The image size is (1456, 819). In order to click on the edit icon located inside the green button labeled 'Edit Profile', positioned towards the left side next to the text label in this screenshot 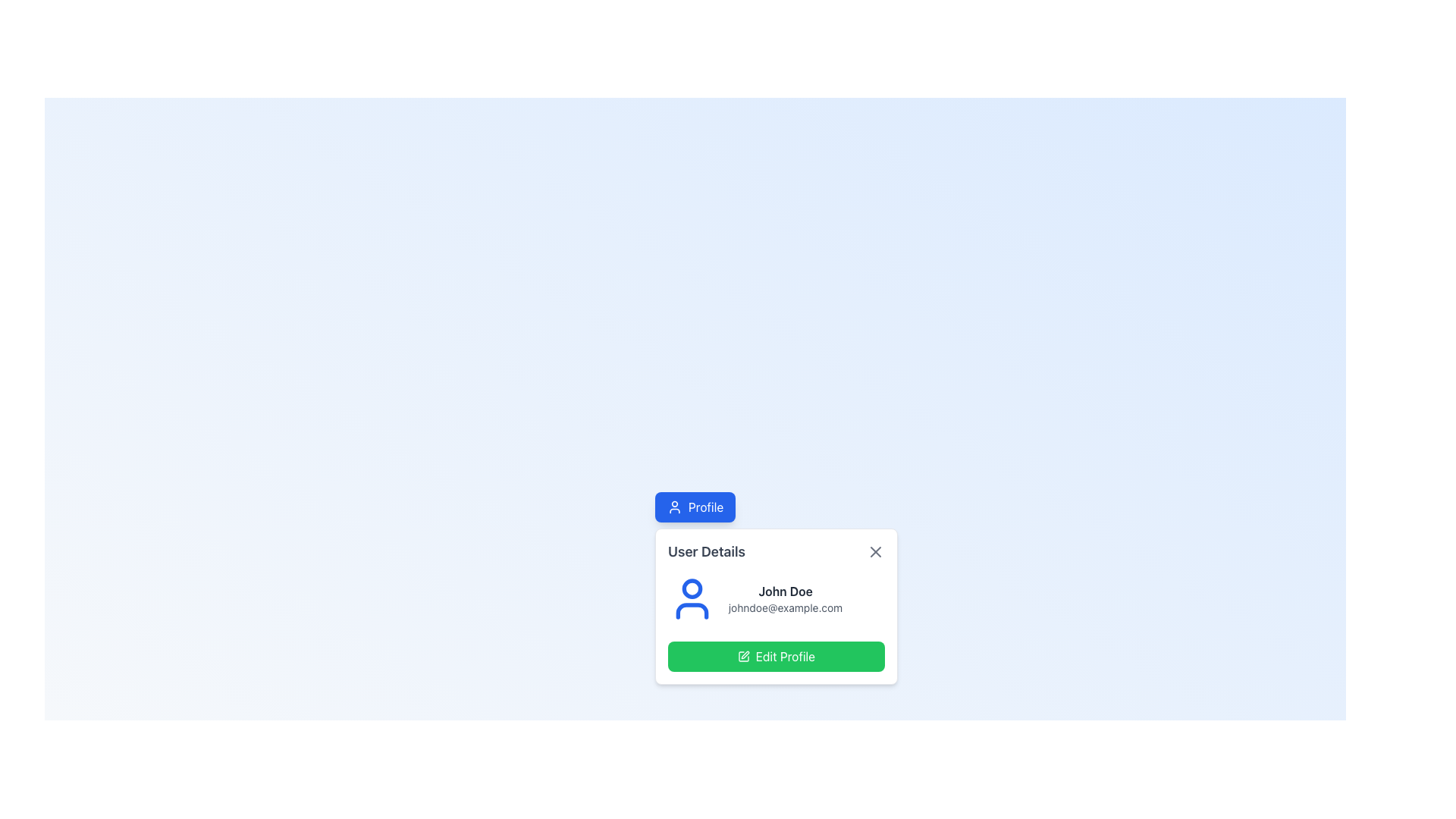, I will do `click(743, 656)`.